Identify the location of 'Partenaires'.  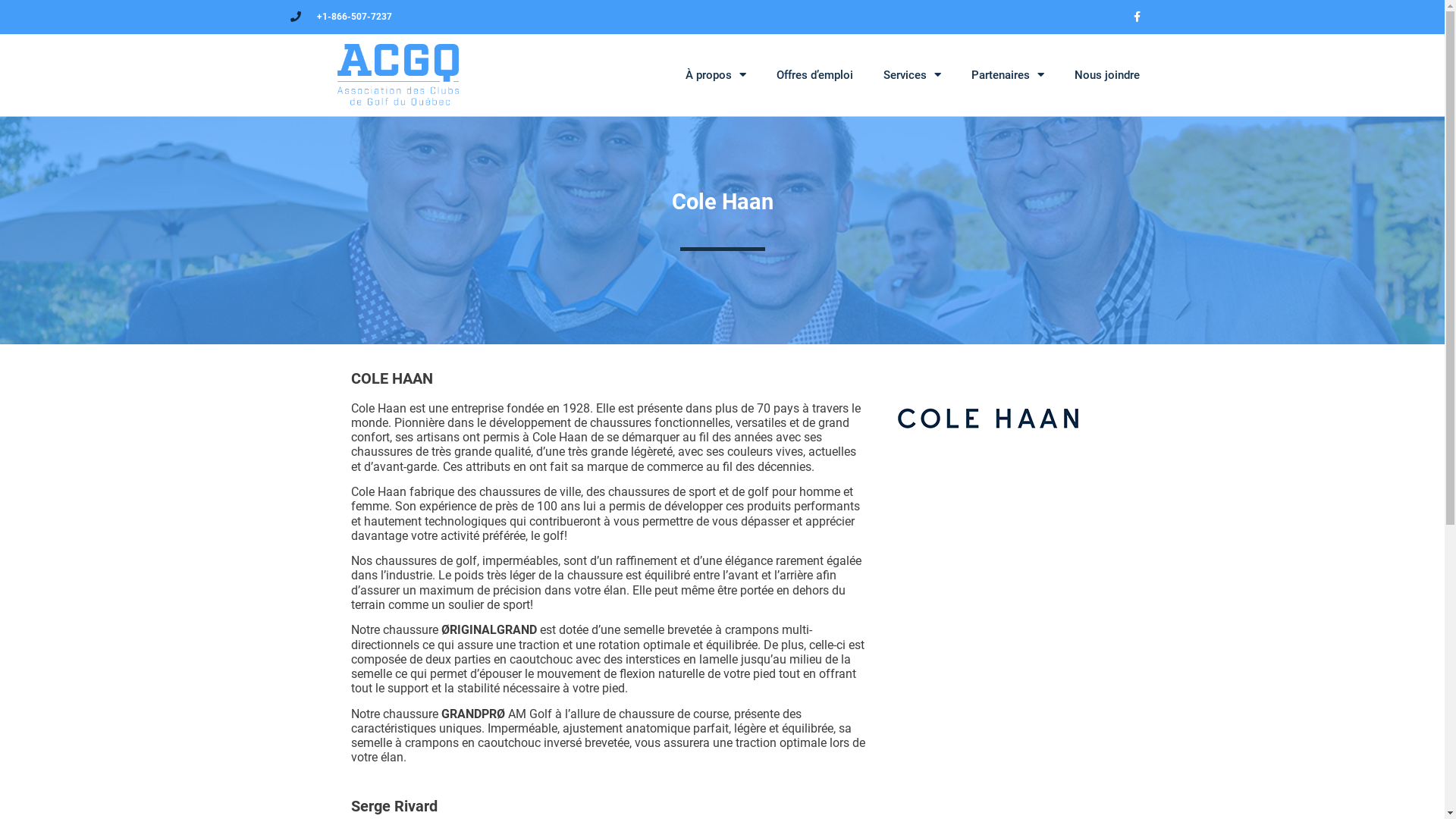
(954, 75).